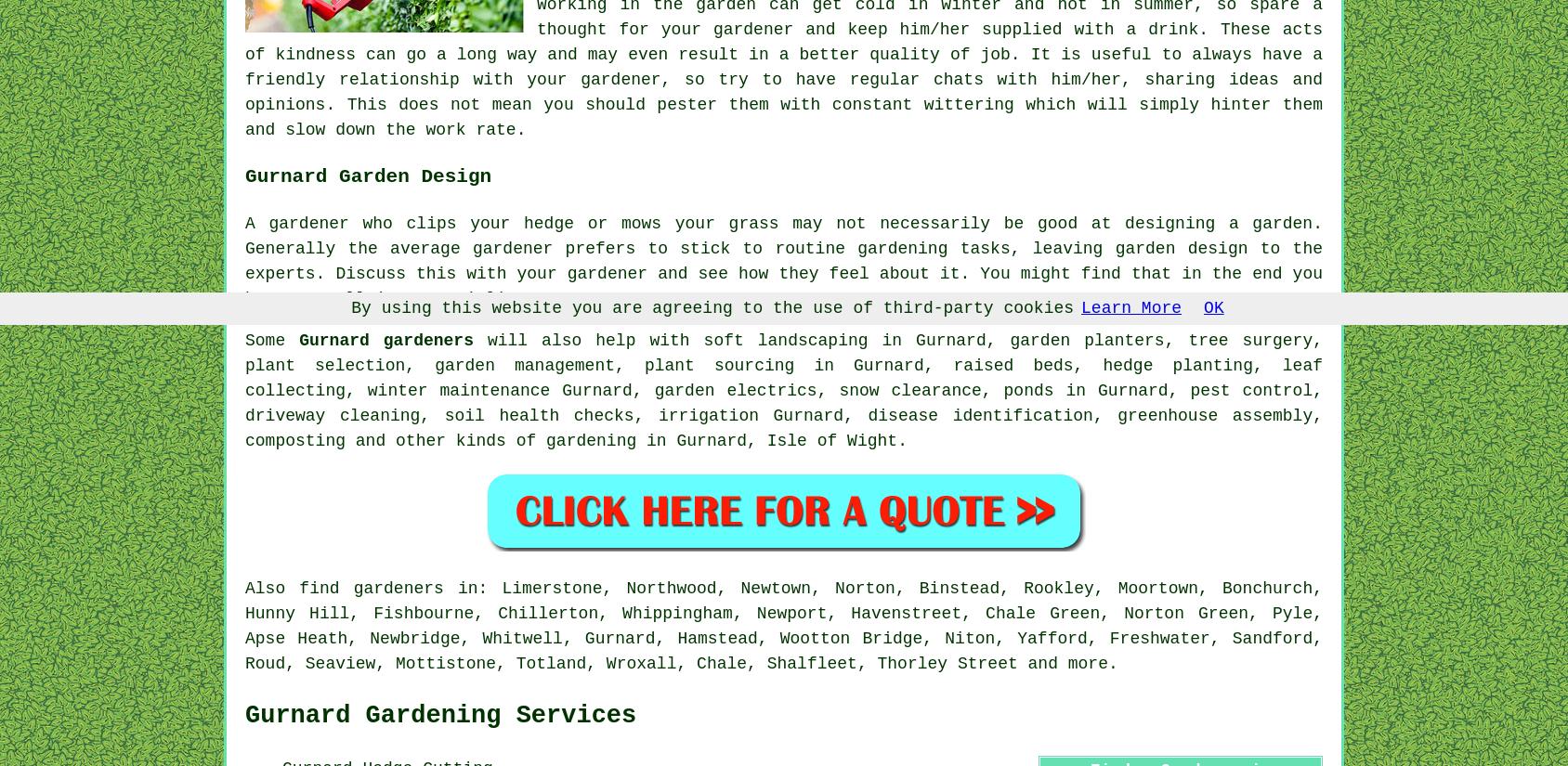 The image size is (1568, 766). Describe the element at coordinates (784, 390) in the screenshot. I see `', plant sourcing in Gurnard, raised beds, hedge planting, leaf collecting, winter maintenance Gurnard, garden electrics, snow clearance, ponds in Gurnard, pest control, driveway cleaning, soil health checks, irrigation Gurnard,'` at that location.